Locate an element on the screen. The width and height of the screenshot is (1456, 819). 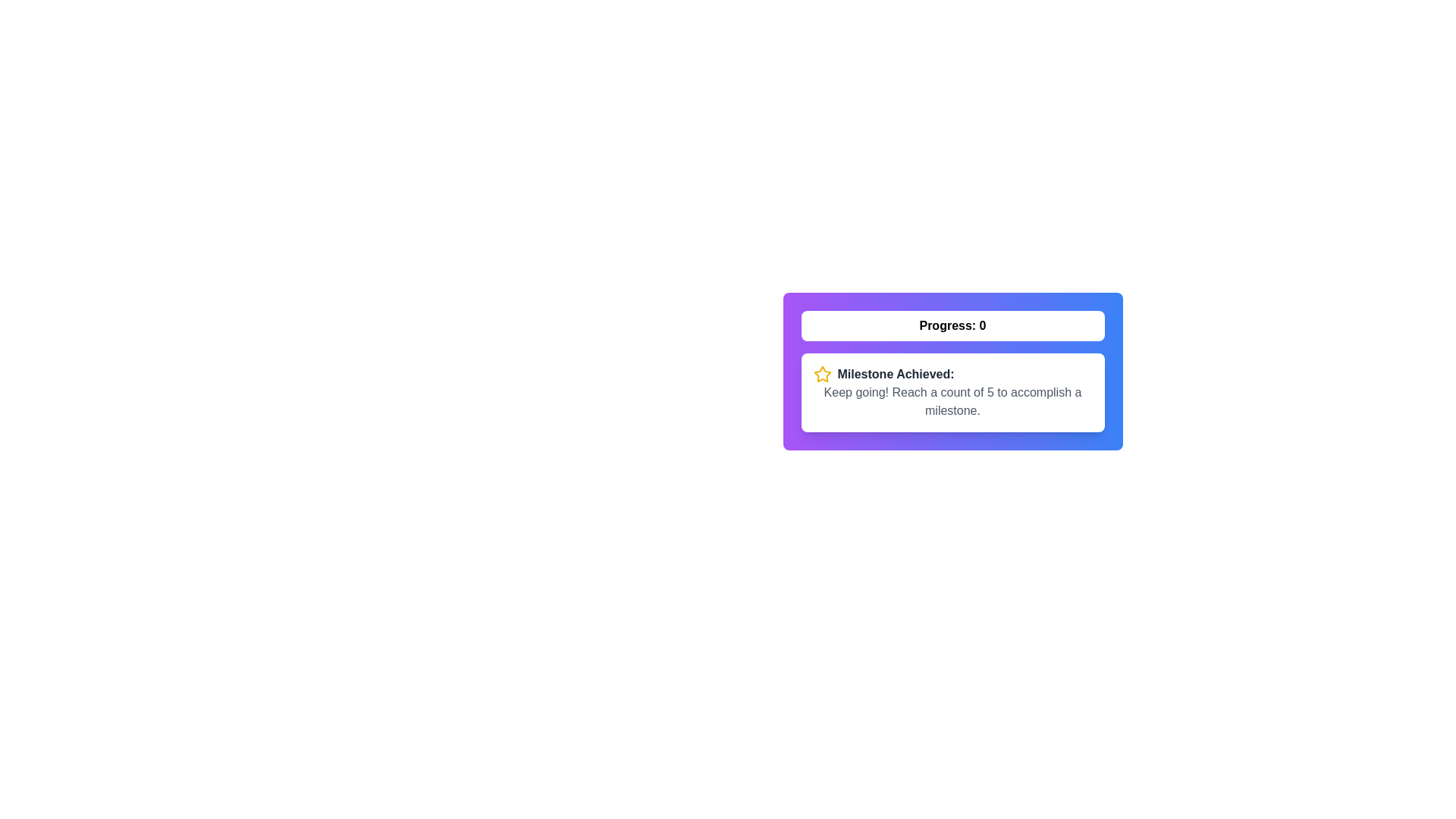
the decorative star-shaped icon that emphasizes achievement milestones, located in the left section of the achievement-related text block is located at coordinates (821, 374).